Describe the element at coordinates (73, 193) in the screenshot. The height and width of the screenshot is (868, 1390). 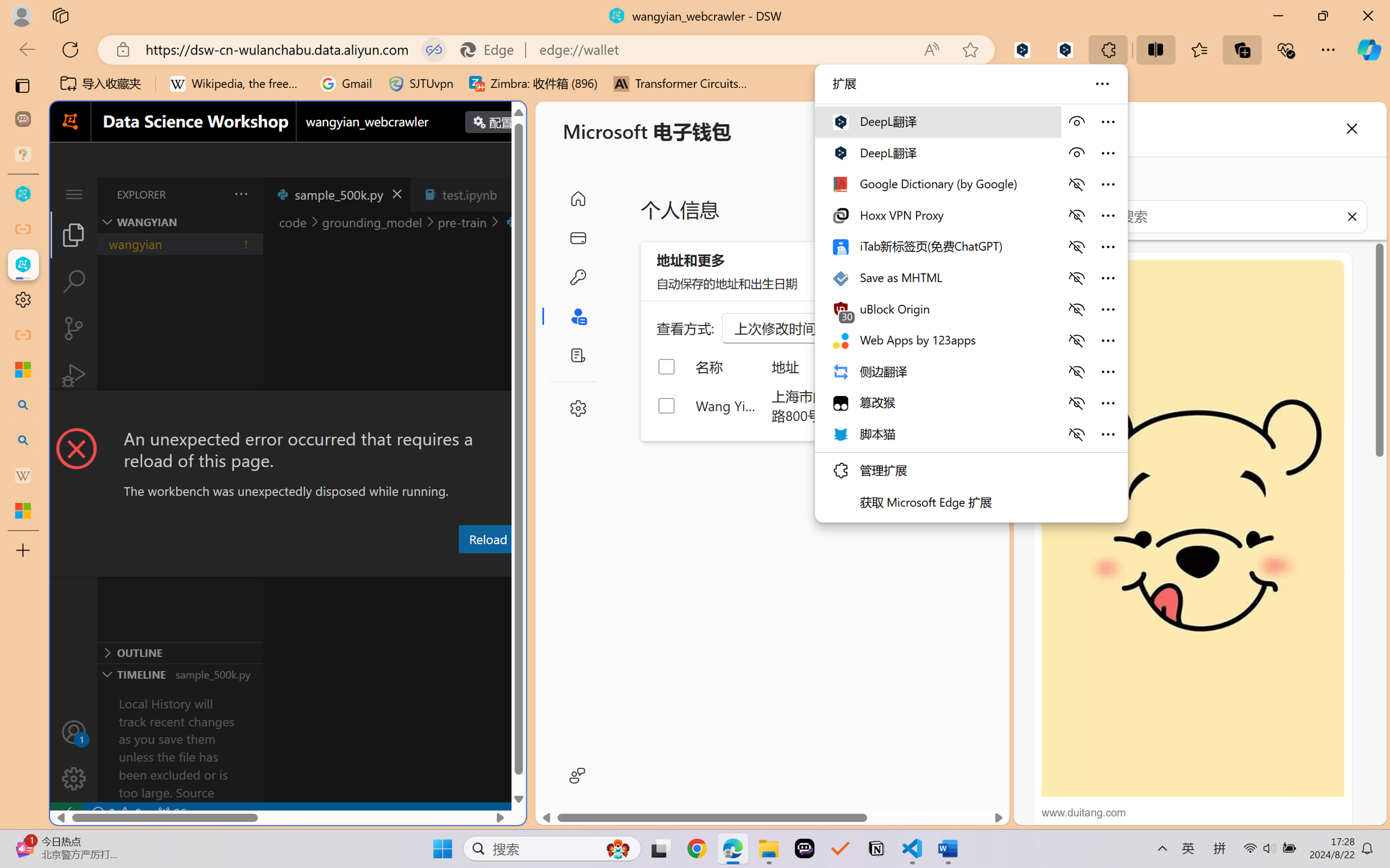
I see `'Class: menubar compact overflow-menu-only'` at that location.